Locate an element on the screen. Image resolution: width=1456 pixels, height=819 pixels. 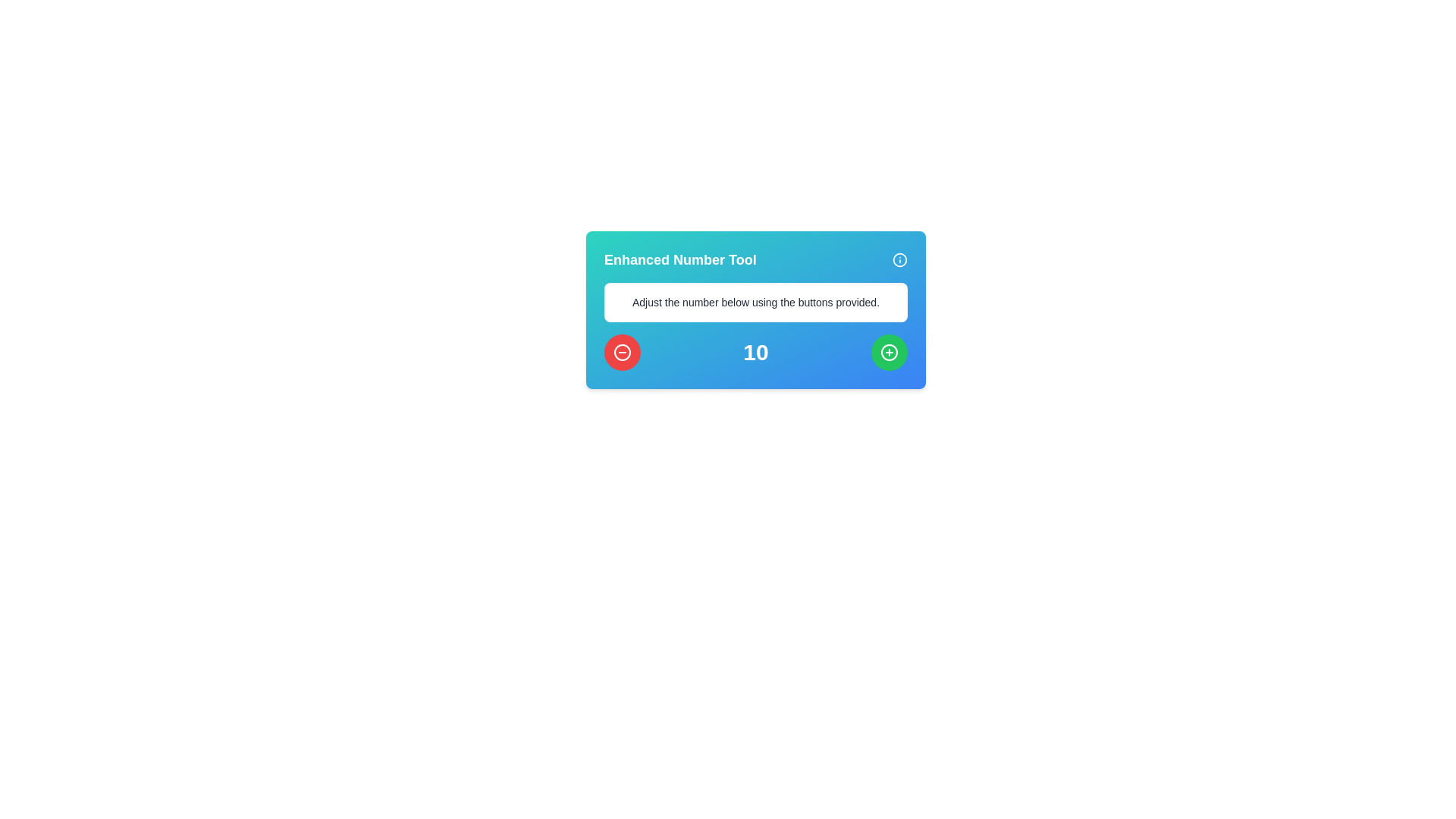
the decrement button located to the left of the numerical value display '10' to decrease the number is located at coordinates (622, 353).